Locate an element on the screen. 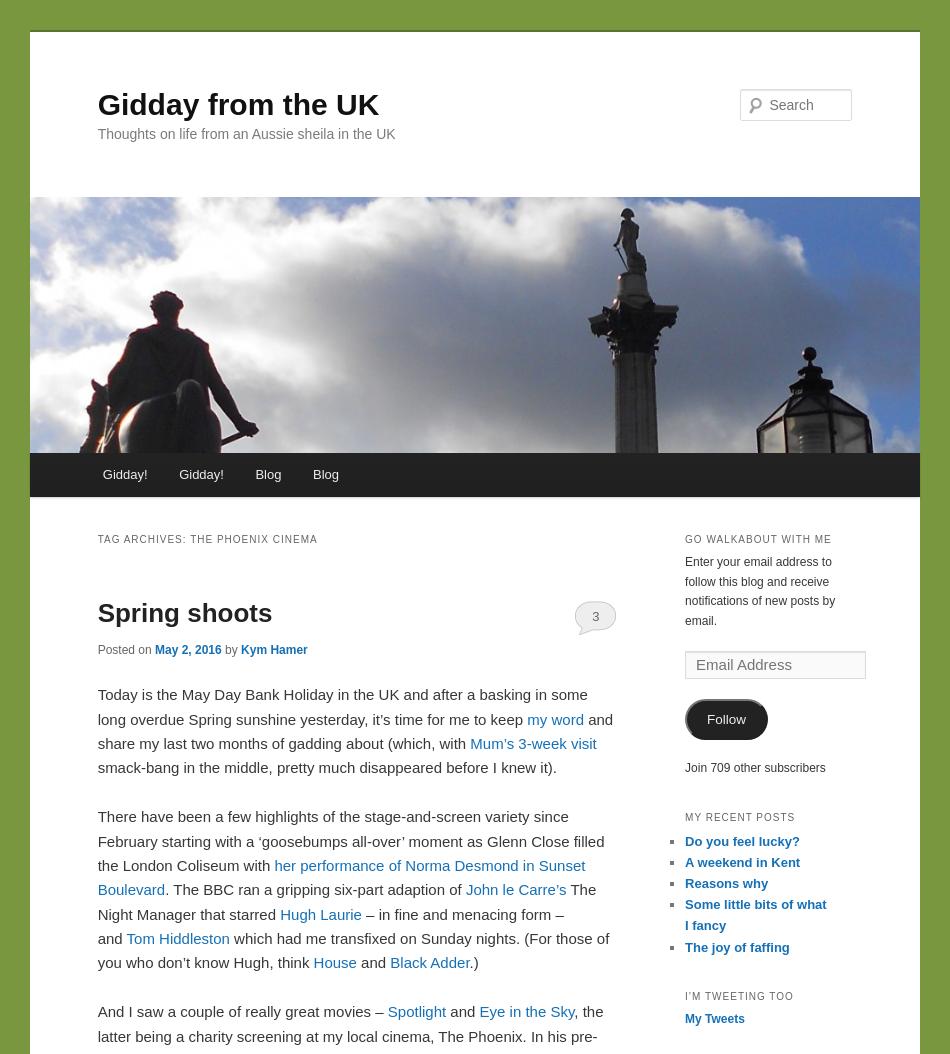 The image size is (950, 1054). 'Black Adder' is located at coordinates (388, 962).